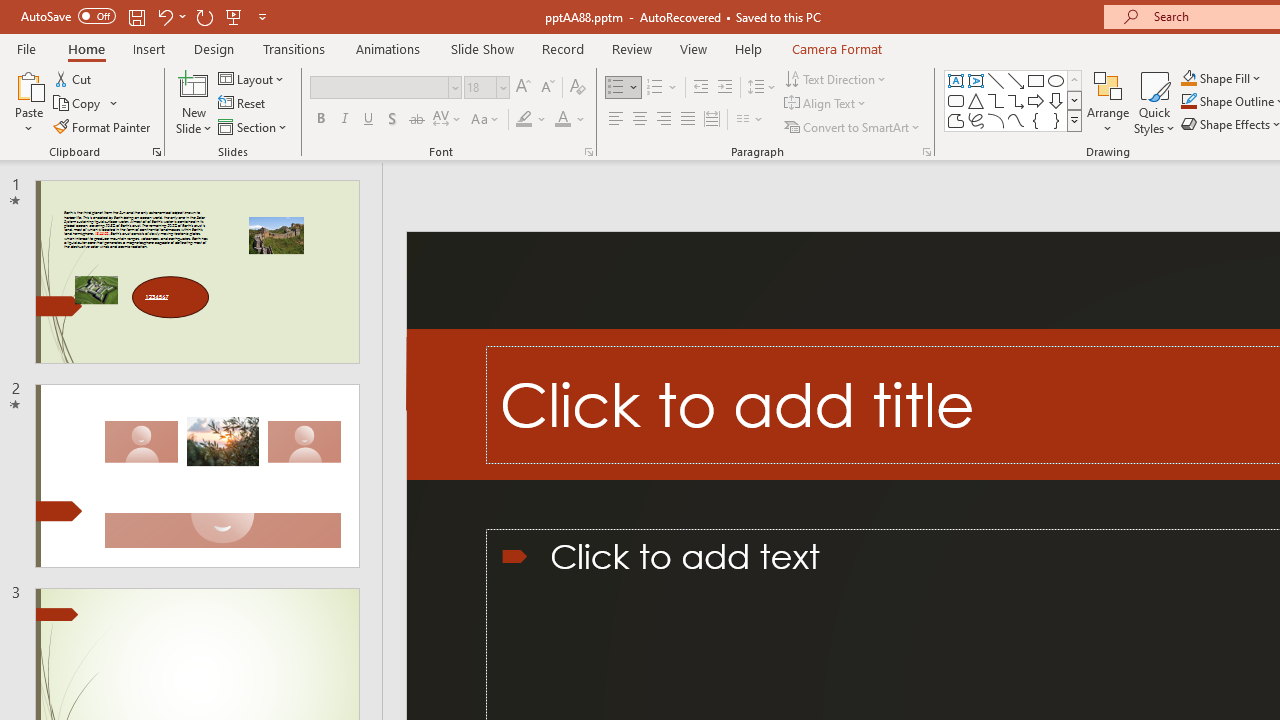 The image size is (1280, 720). I want to click on 'Rectangle: Rounded Corners', so click(955, 100).